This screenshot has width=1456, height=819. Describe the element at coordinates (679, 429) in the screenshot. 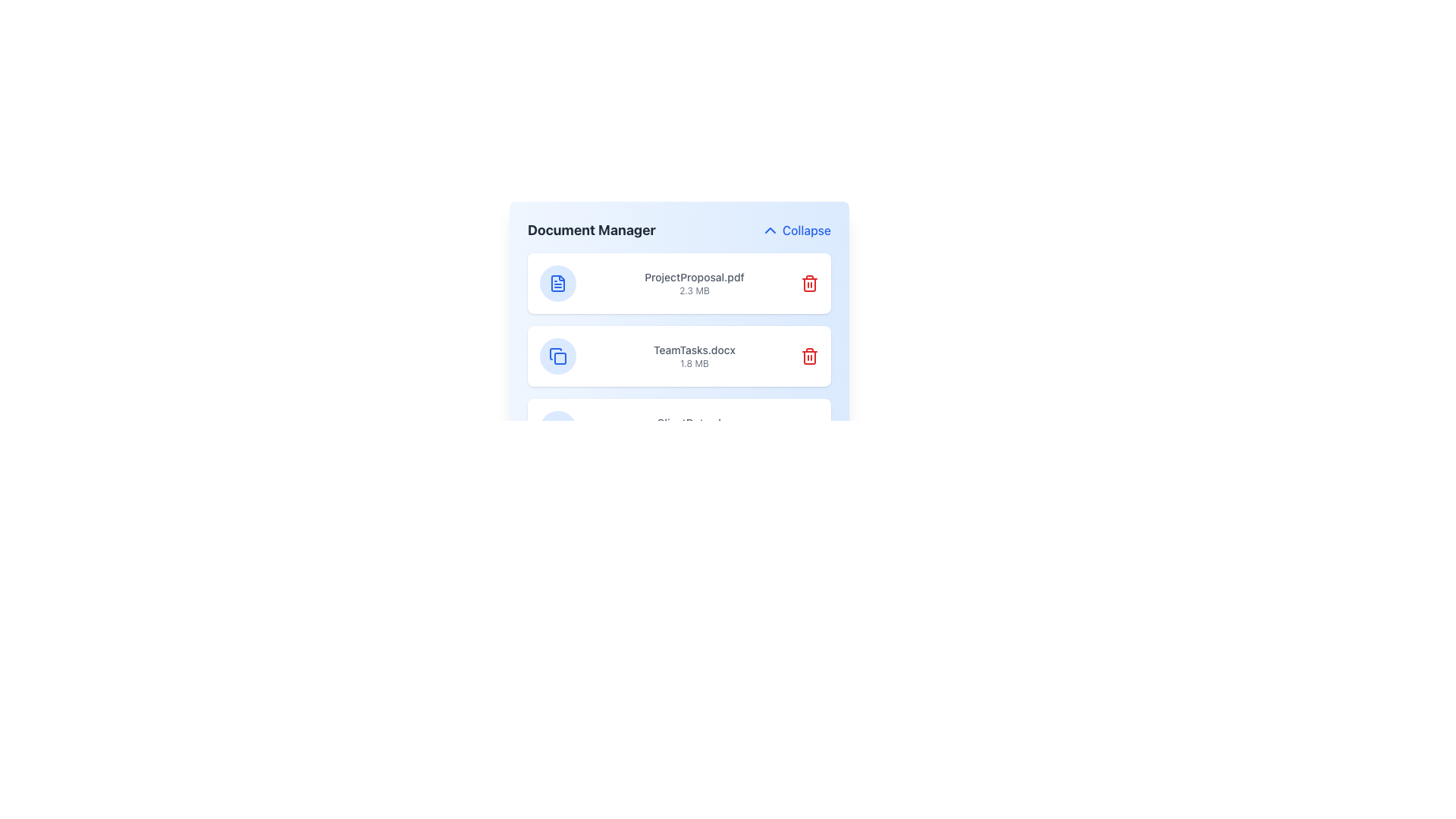

I see `the file entry 'ClientData.xlsx' from the Document Manager` at that location.